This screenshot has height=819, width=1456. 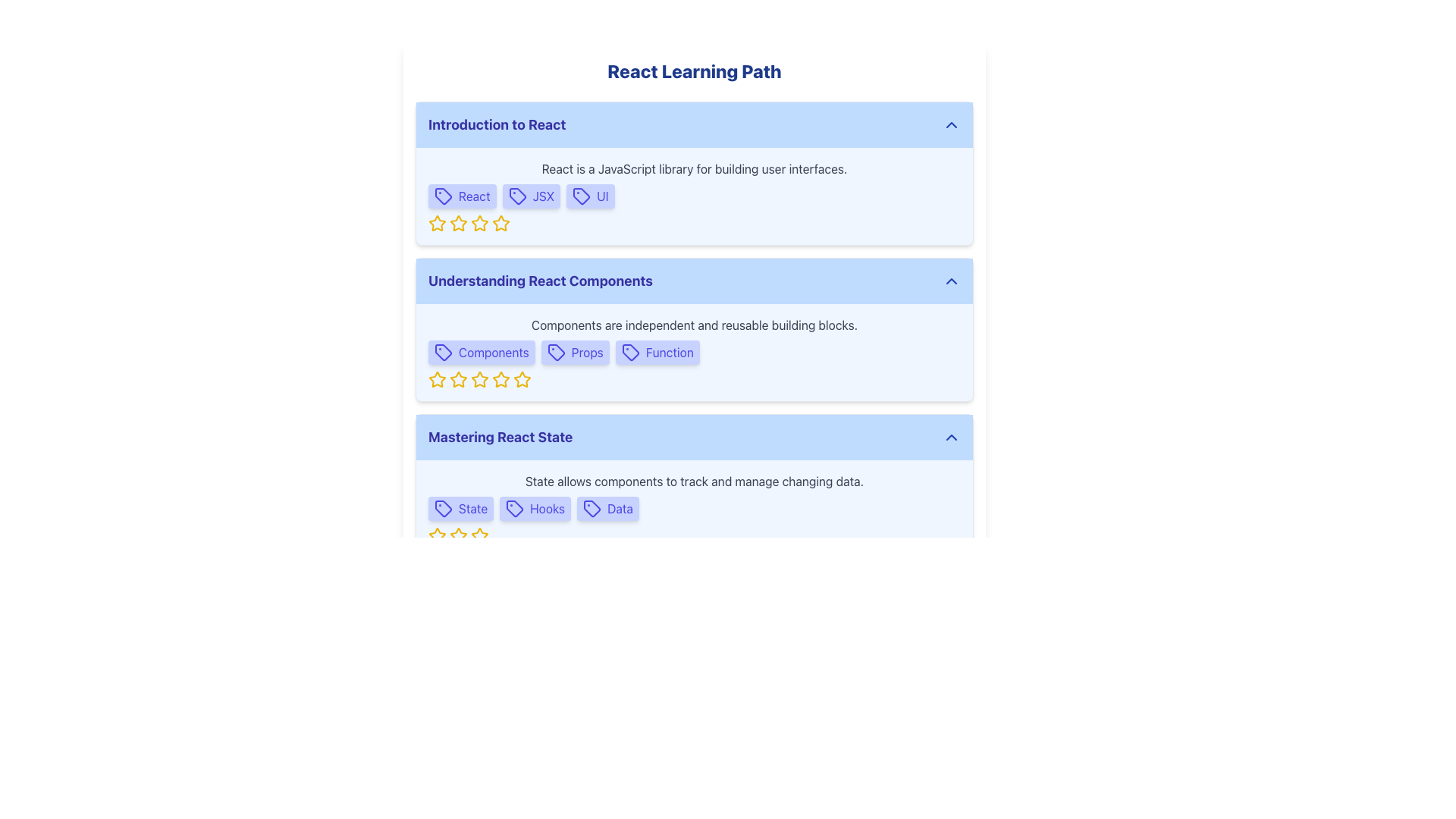 What do you see at coordinates (457, 379) in the screenshot?
I see `the third yellow star icon with a hollow center in the rating system located in the second section labeled 'Understanding React Components' to rate it` at bounding box center [457, 379].